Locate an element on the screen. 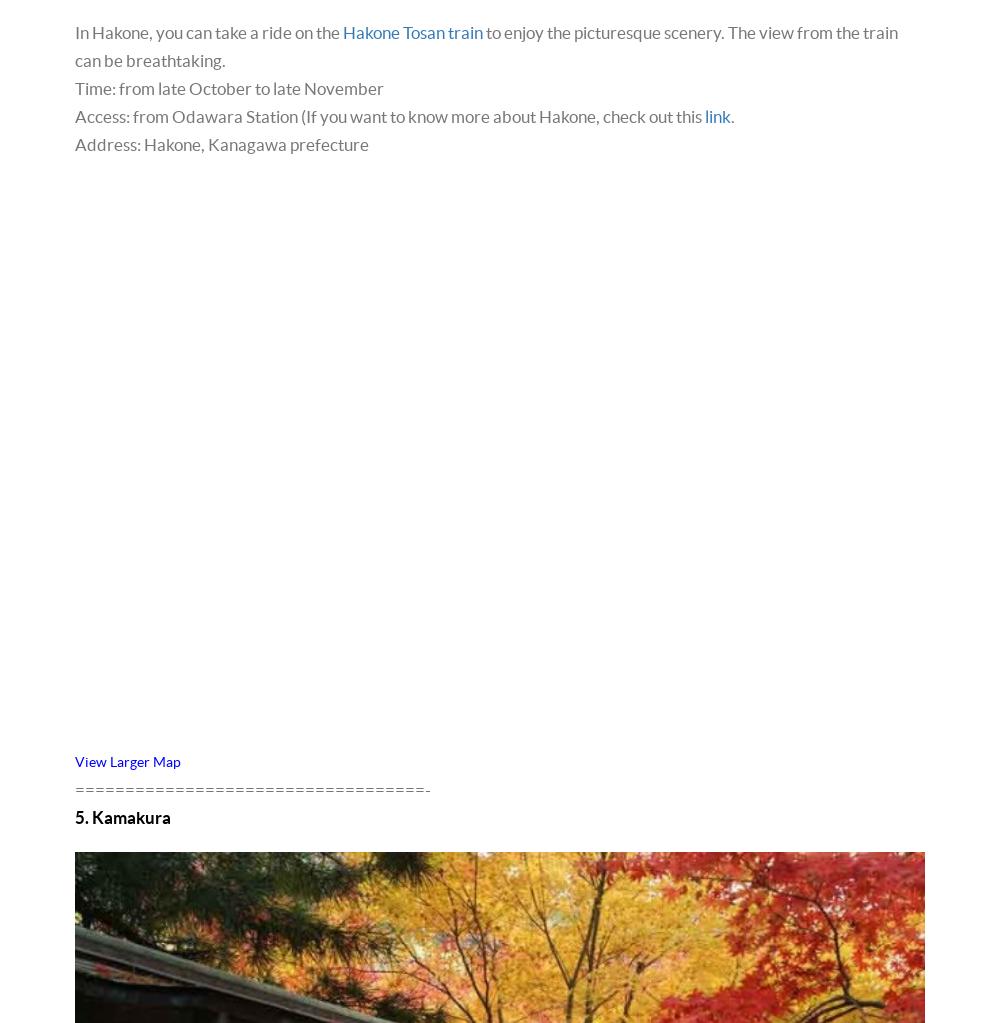  'View Larger Map' is located at coordinates (128, 760).